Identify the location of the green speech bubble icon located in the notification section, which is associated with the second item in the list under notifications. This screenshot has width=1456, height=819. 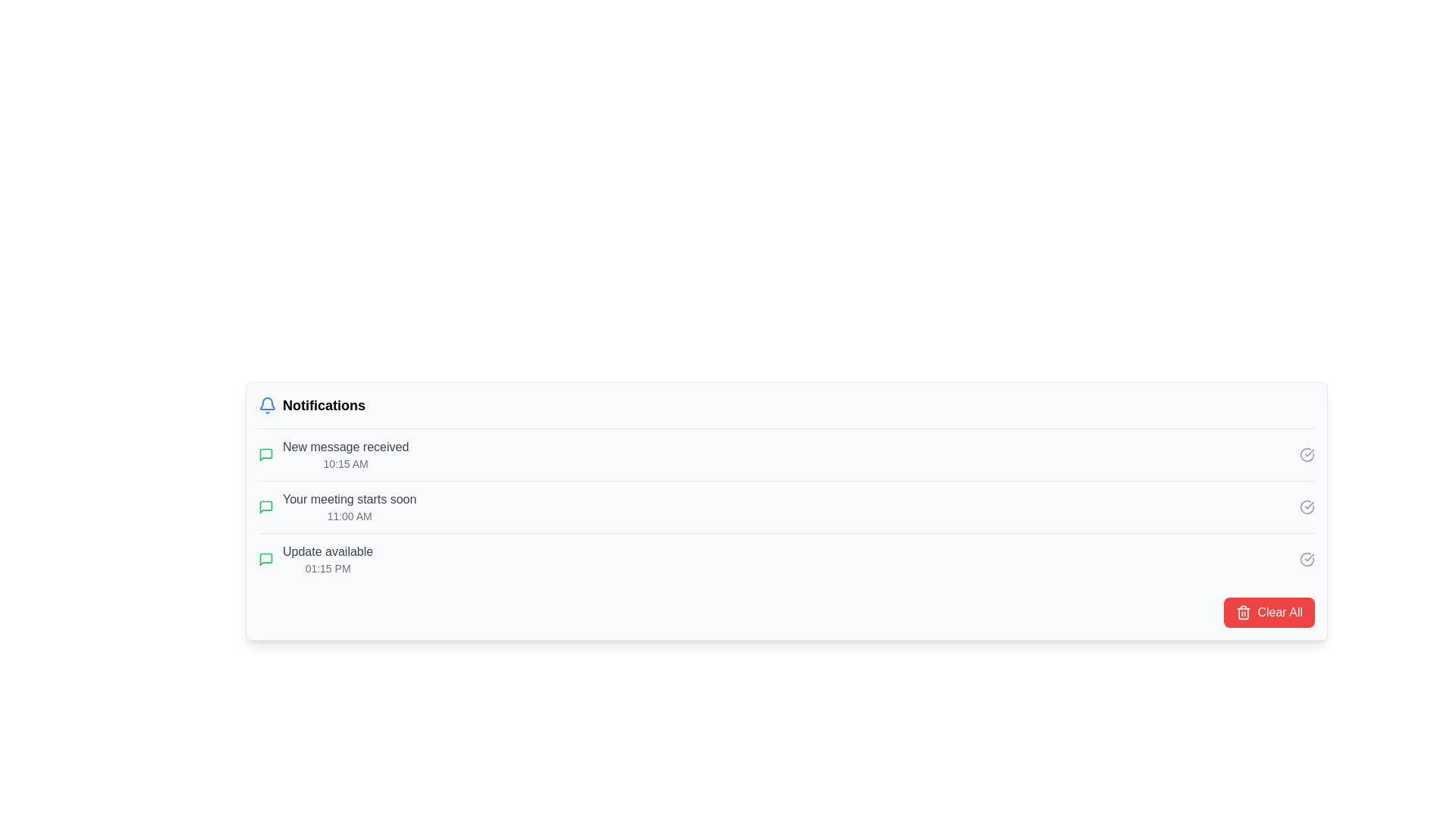
(265, 454).